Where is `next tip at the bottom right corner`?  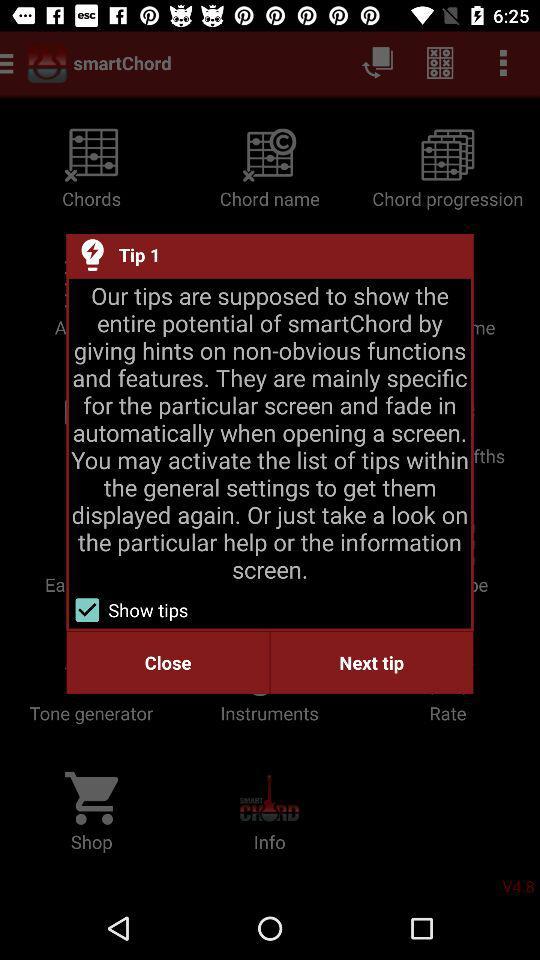 next tip at the bottom right corner is located at coordinates (370, 662).